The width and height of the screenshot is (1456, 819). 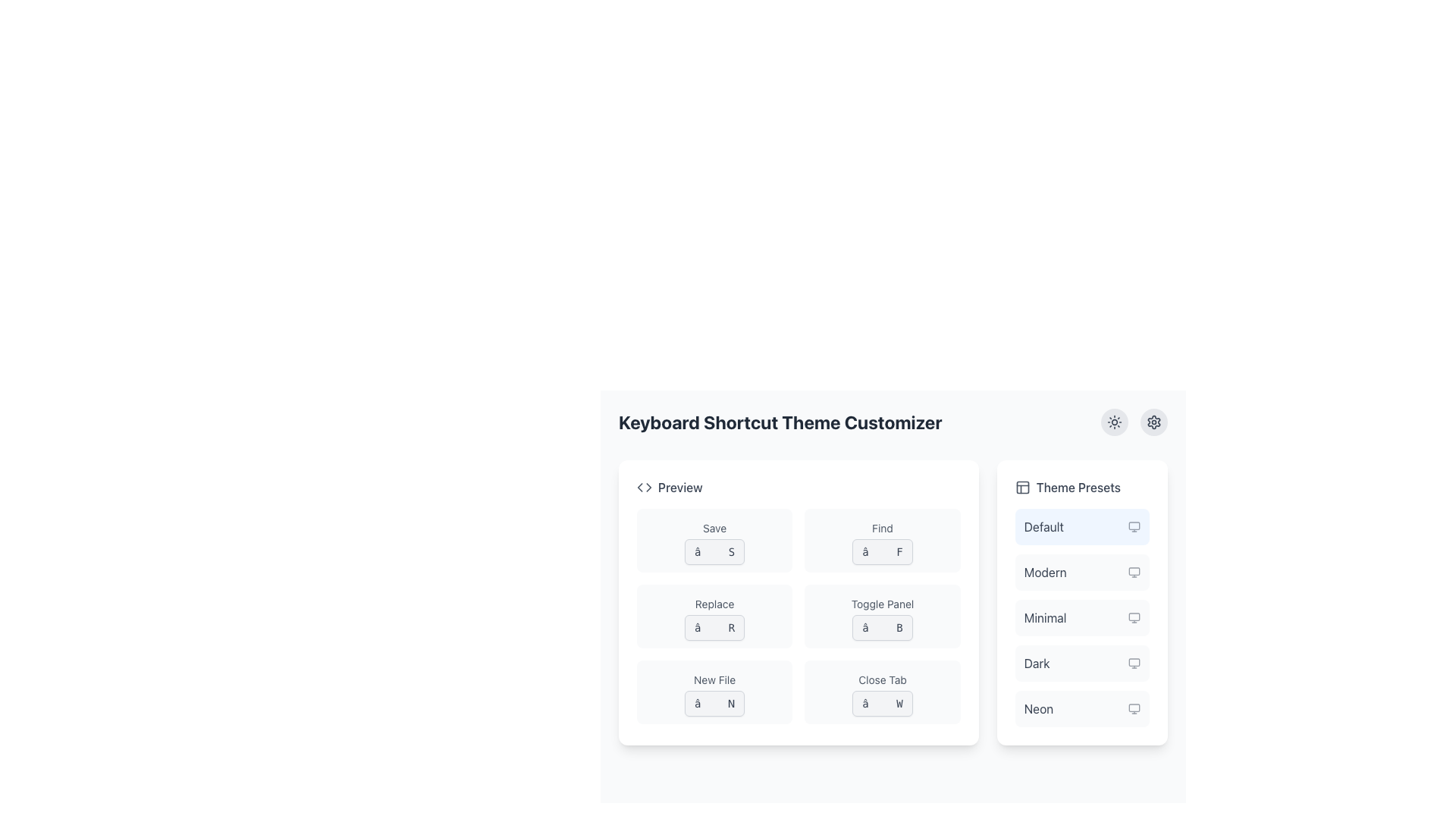 I want to click on the text label indicating the 'Close Tab' keyboard shortcut located in the lower-right quadrant of the interface, so click(x=882, y=679).